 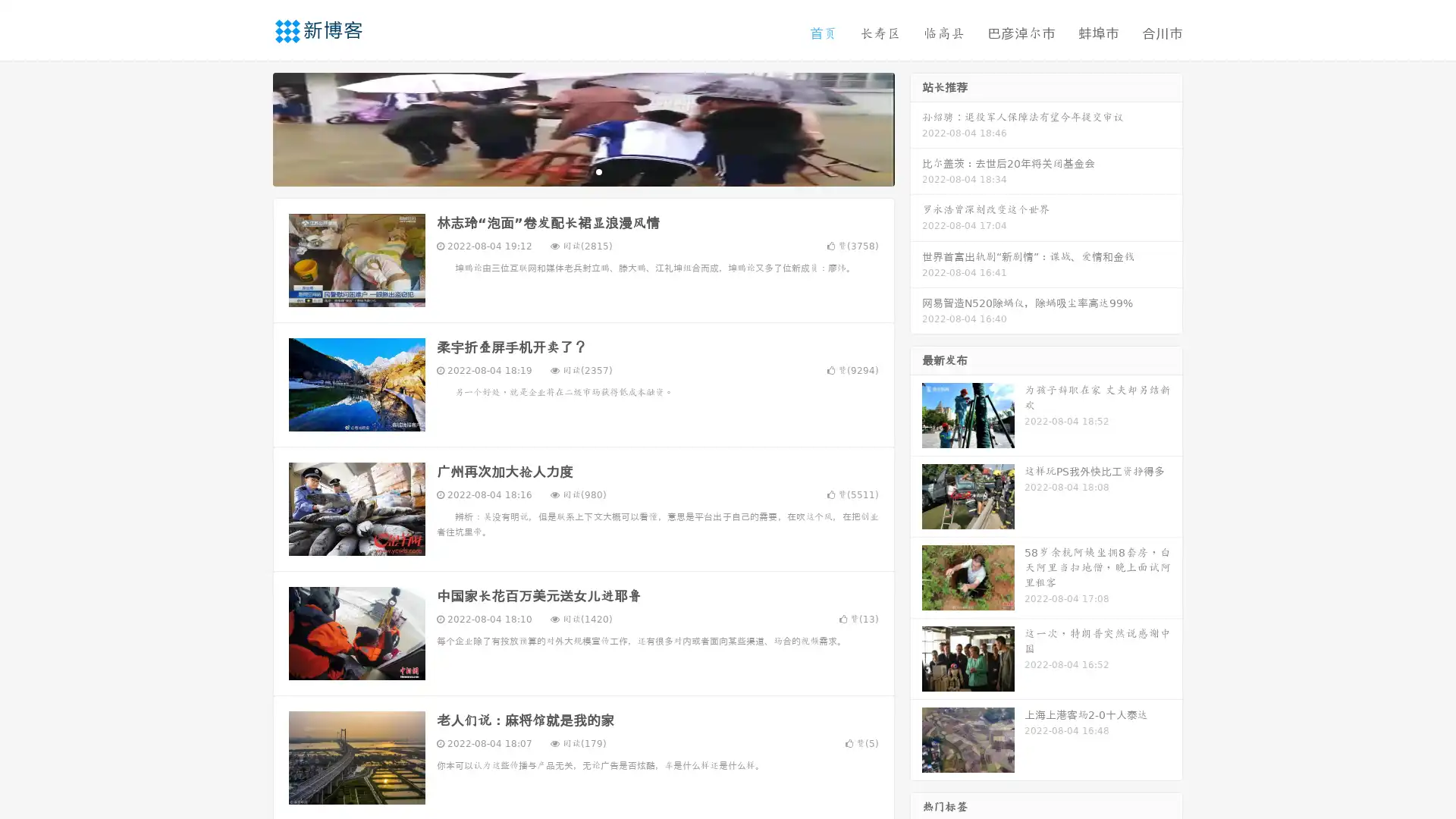 What do you see at coordinates (250, 127) in the screenshot?
I see `Previous slide` at bounding box center [250, 127].